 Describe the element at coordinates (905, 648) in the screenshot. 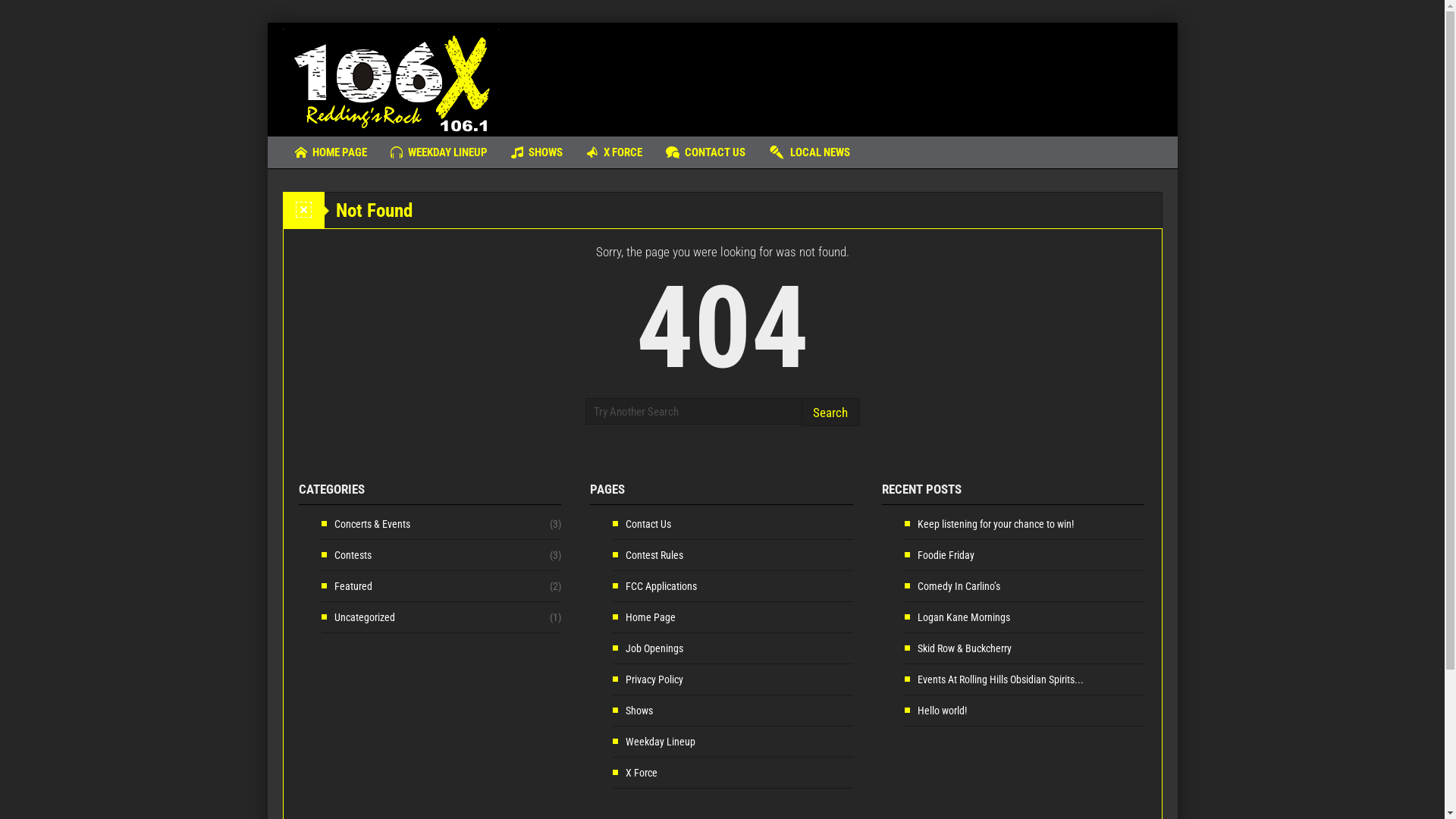

I see `'Skid Row & Buckcherry'` at that location.